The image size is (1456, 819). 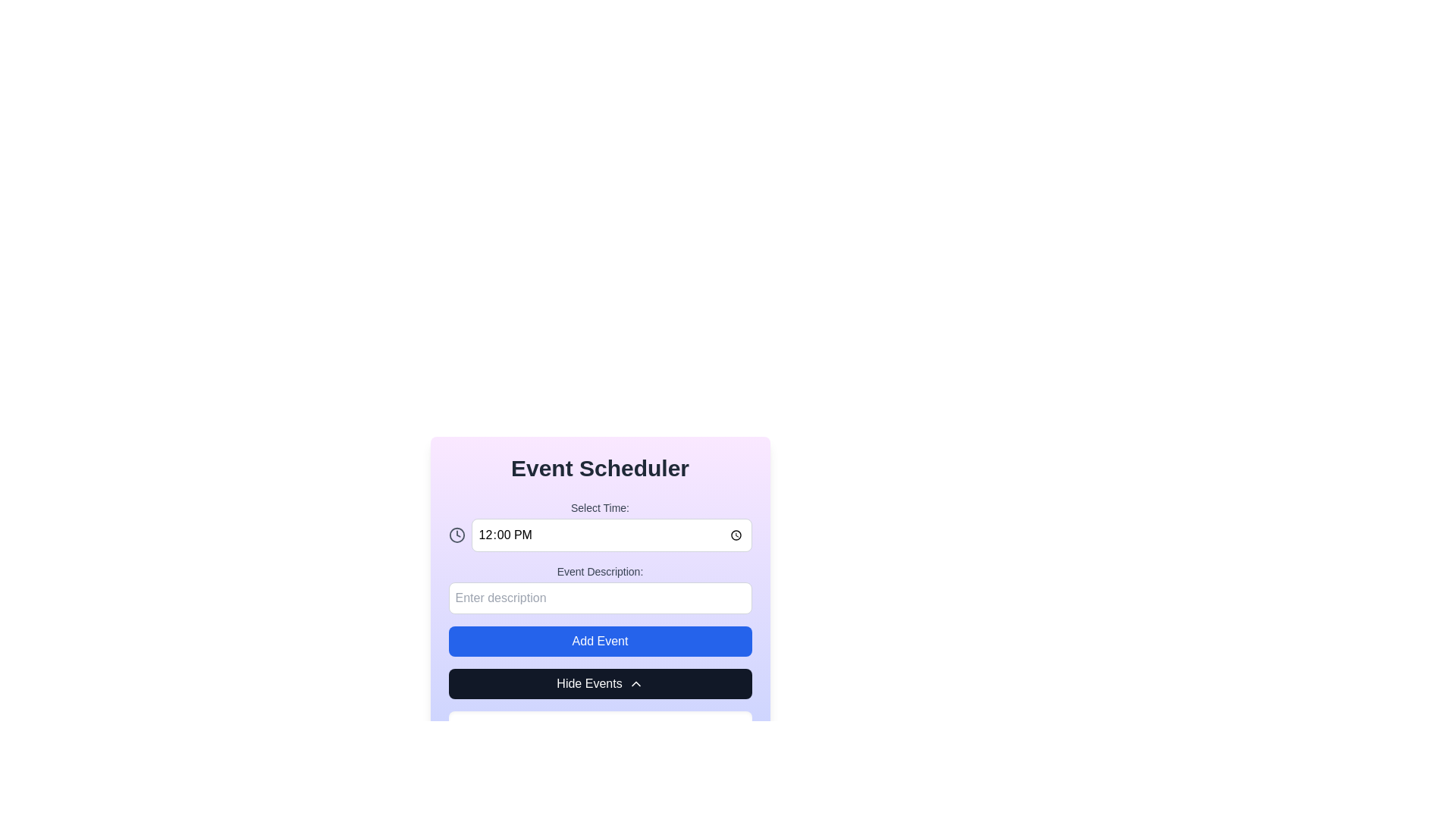 What do you see at coordinates (456, 534) in the screenshot?
I see `the time input icon located in the 'Select Time' section, which is to the left of the time input field displaying '12:00 PM'` at bounding box center [456, 534].